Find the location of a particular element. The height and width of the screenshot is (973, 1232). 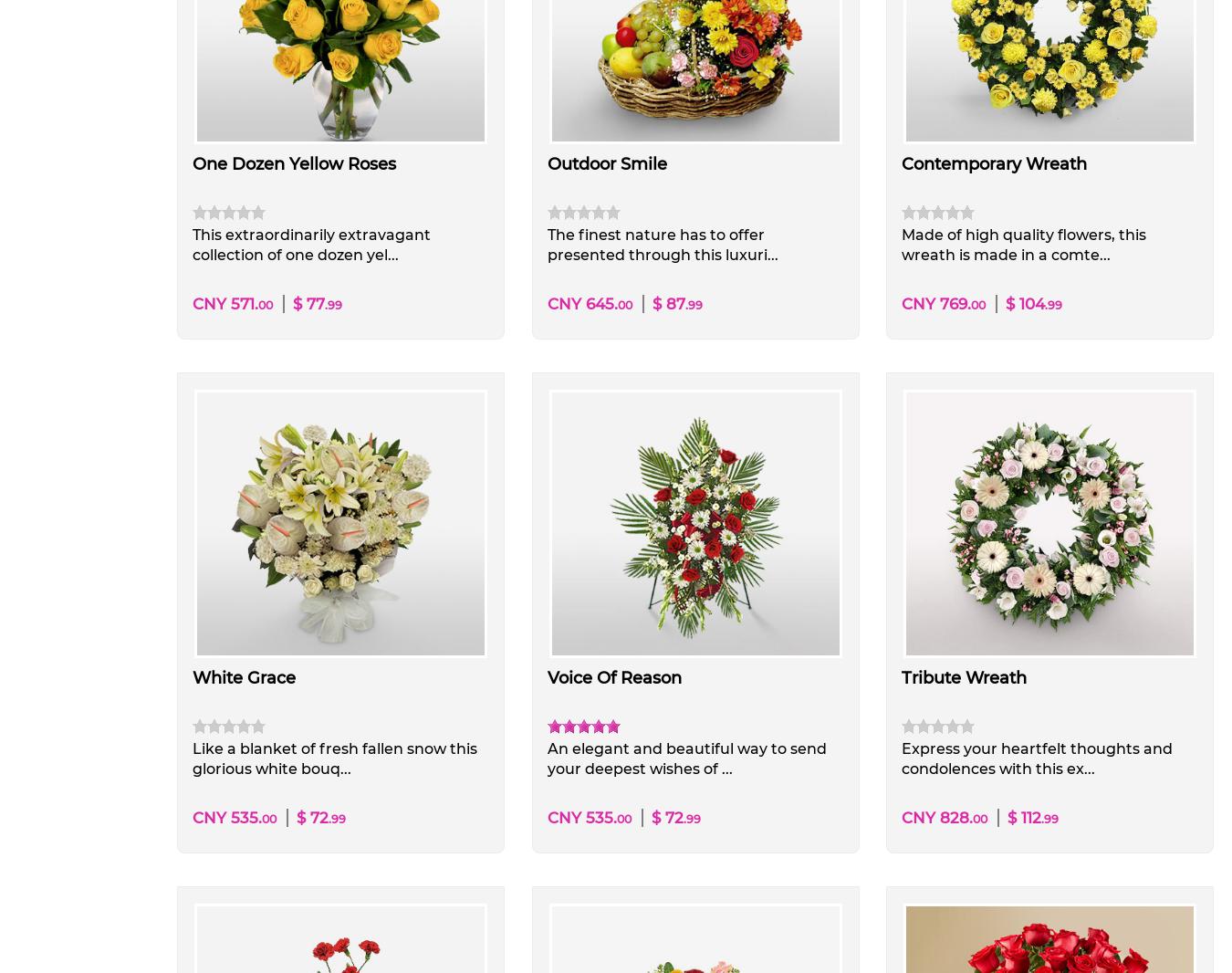

'$ 87' is located at coordinates (666, 304).